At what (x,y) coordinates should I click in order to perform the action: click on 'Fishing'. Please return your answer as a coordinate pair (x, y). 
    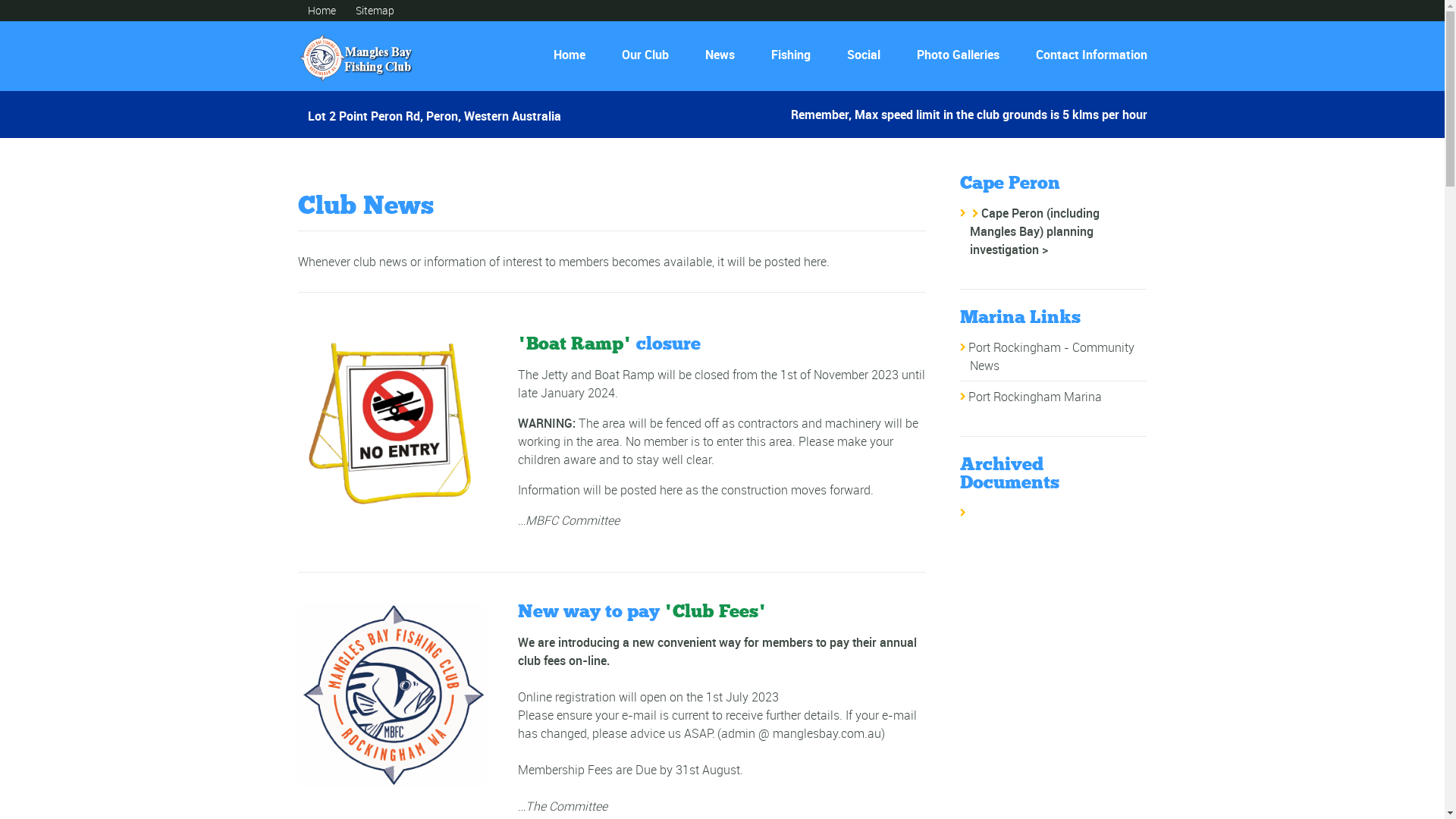
    Looking at the image, I should click on (789, 54).